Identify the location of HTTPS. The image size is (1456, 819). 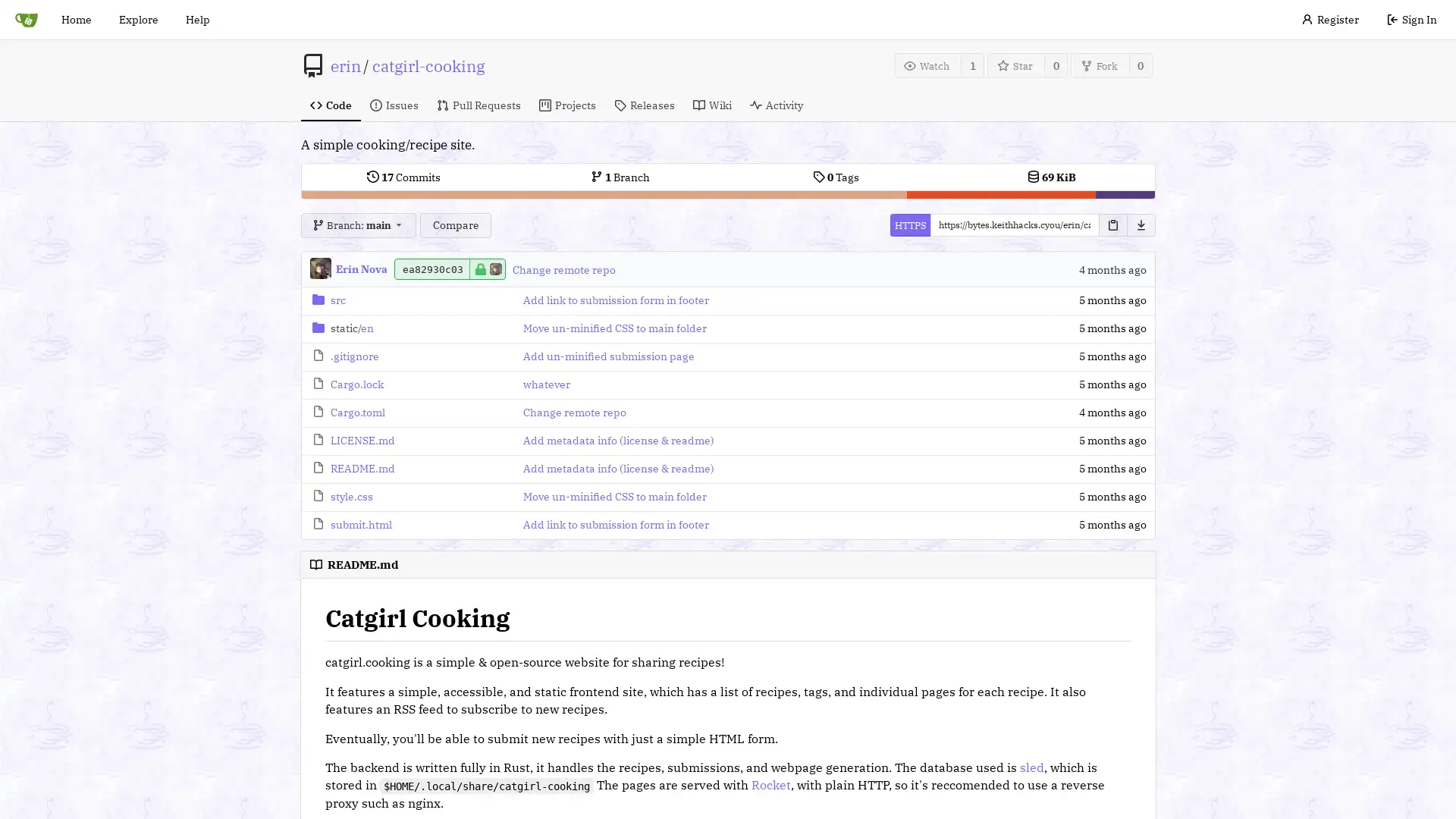
(909, 225).